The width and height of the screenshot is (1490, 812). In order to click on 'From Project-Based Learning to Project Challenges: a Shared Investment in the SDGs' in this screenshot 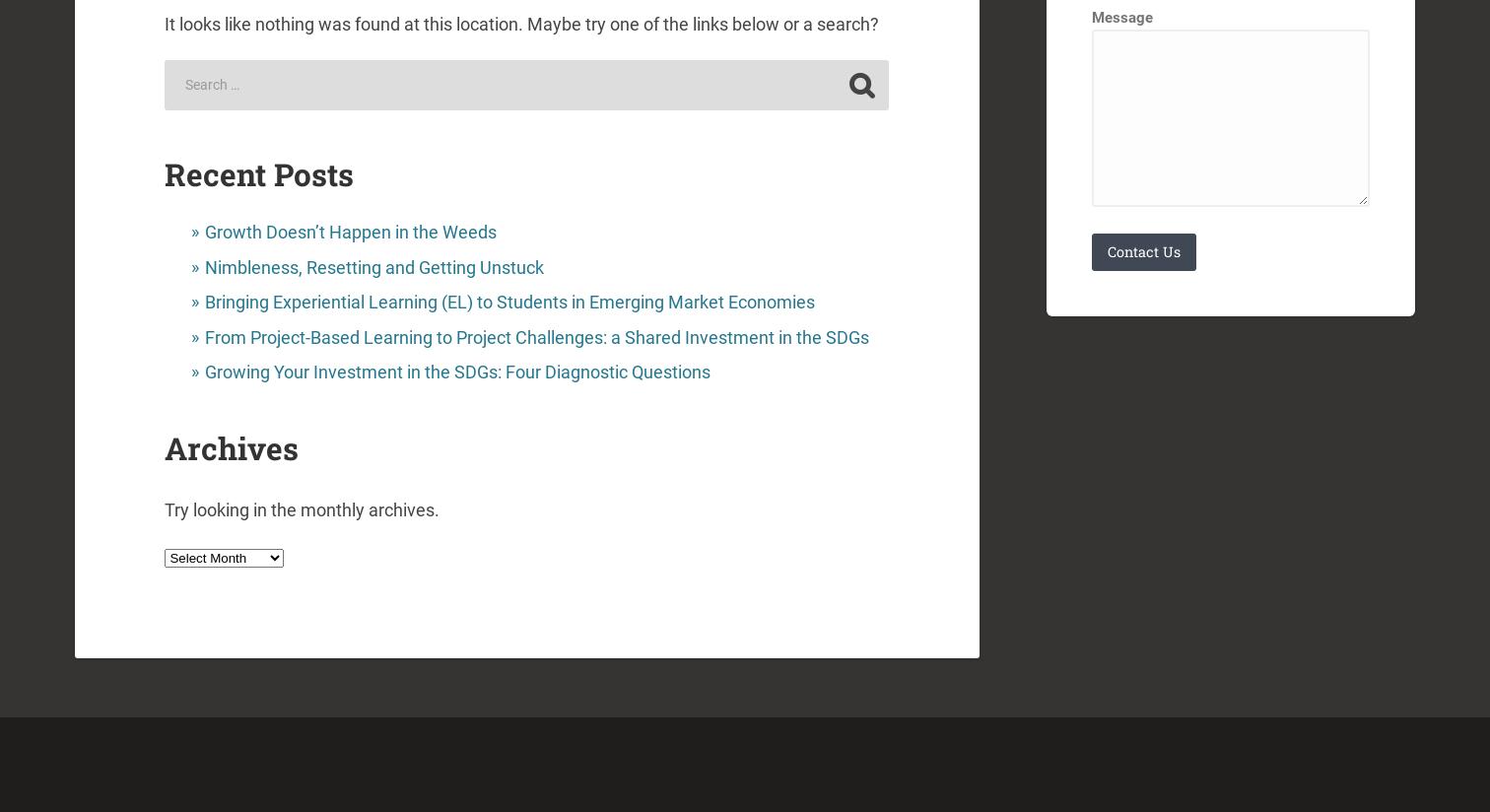, I will do `click(536, 336)`.